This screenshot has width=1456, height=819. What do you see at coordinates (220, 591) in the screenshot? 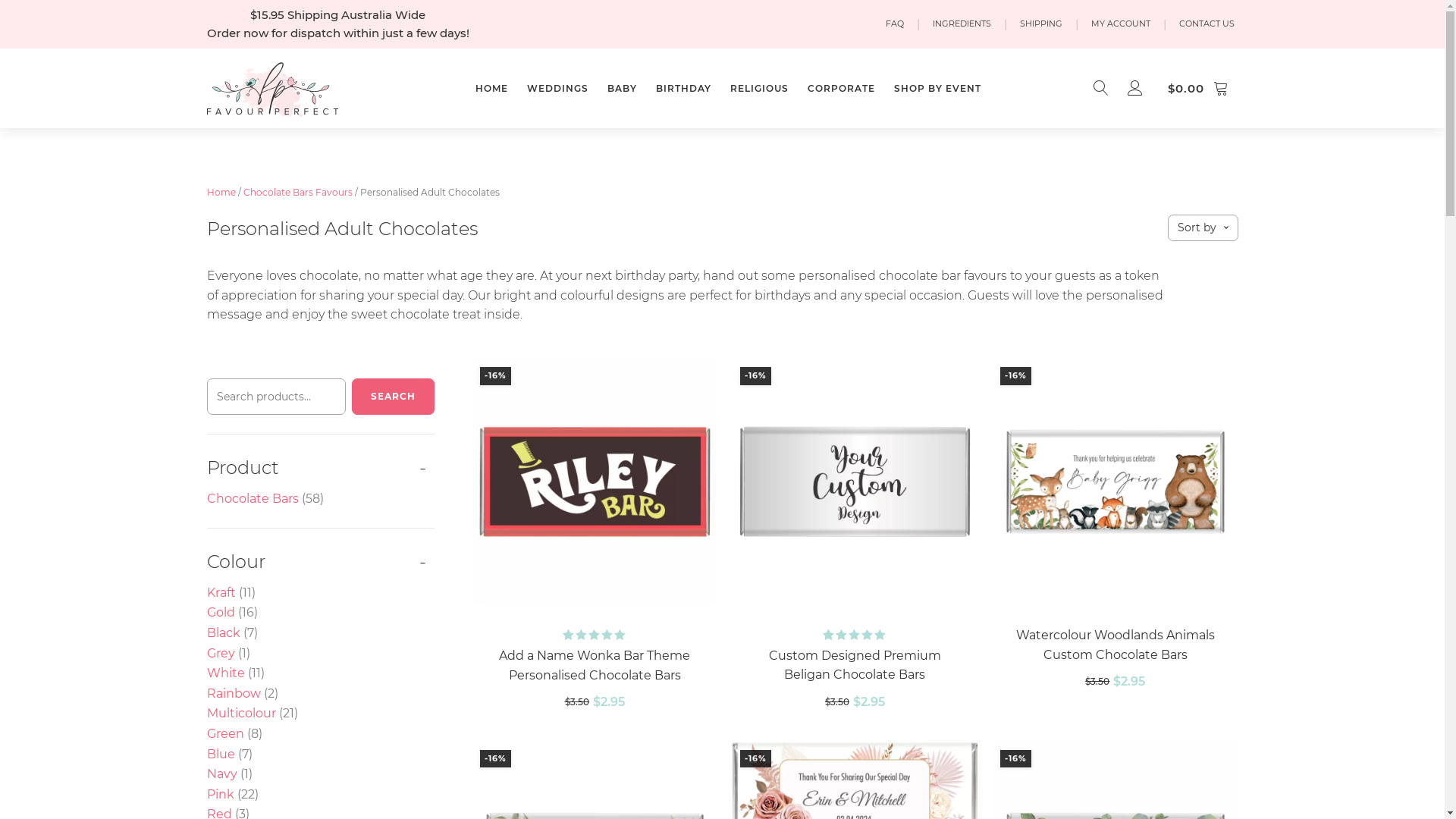
I see `'Kraft'` at bounding box center [220, 591].